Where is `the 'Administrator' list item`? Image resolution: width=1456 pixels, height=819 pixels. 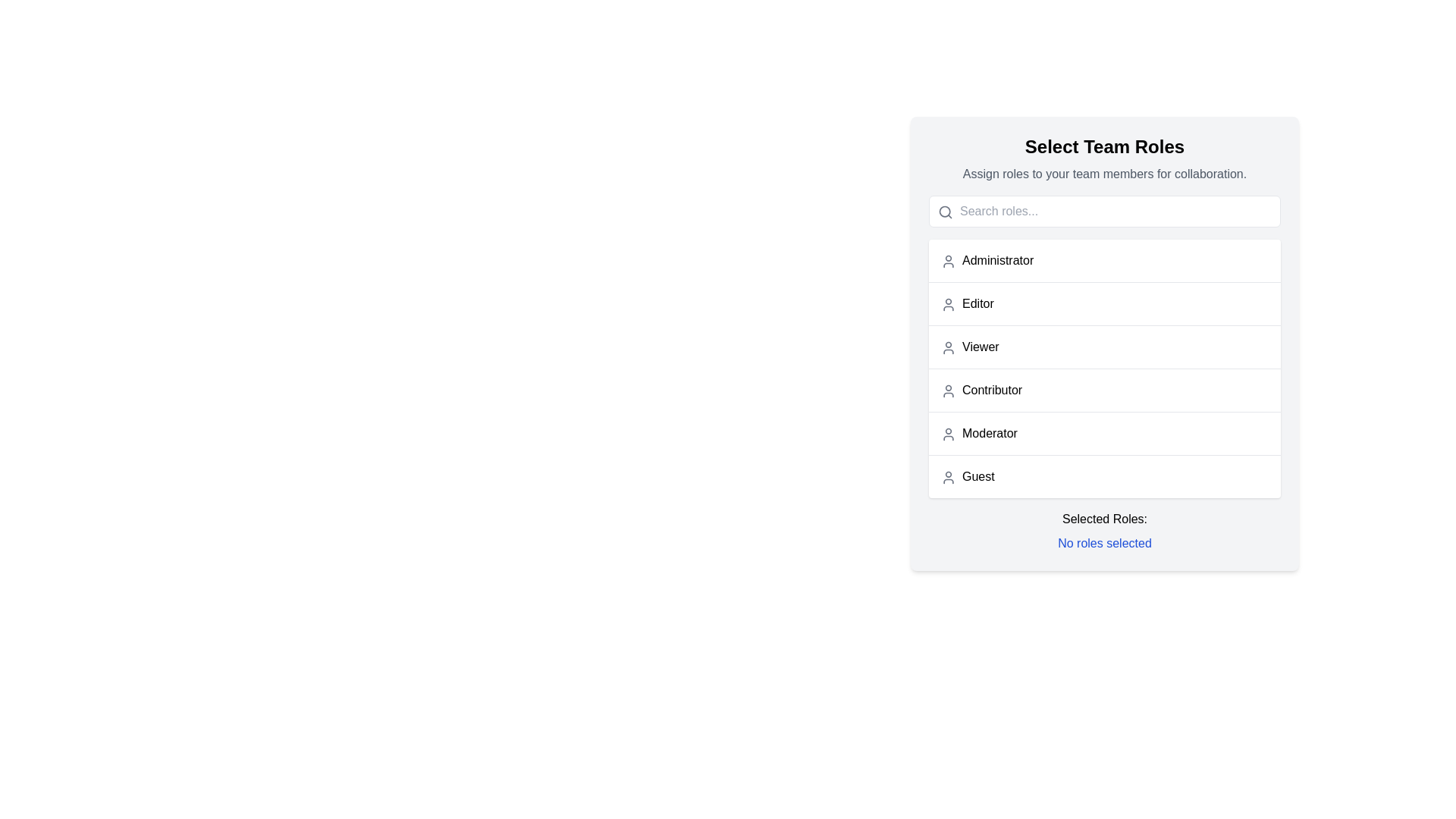 the 'Administrator' list item is located at coordinates (987, 259).